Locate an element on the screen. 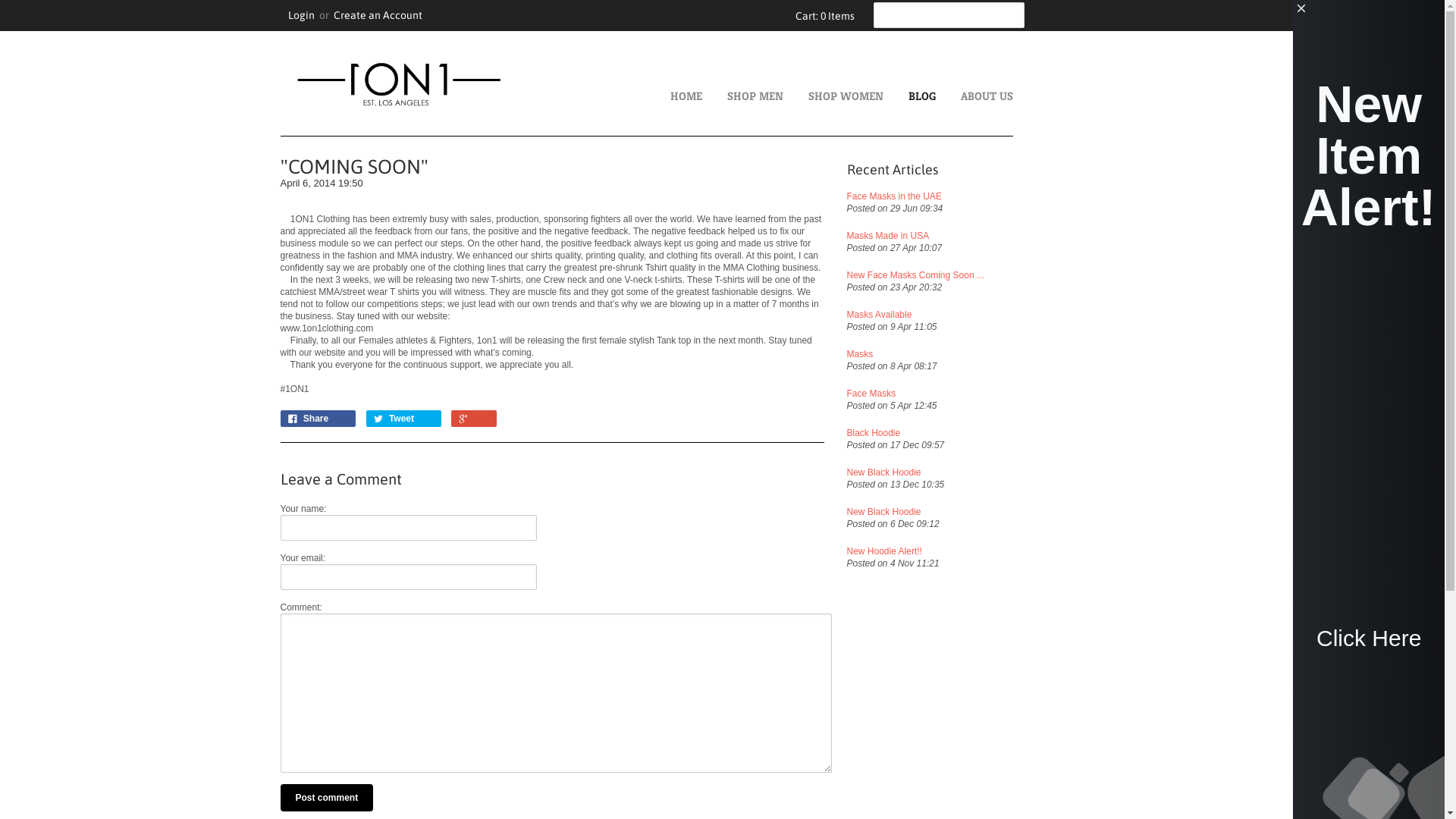  'Masks Available' is located at coordinates (899, 314).